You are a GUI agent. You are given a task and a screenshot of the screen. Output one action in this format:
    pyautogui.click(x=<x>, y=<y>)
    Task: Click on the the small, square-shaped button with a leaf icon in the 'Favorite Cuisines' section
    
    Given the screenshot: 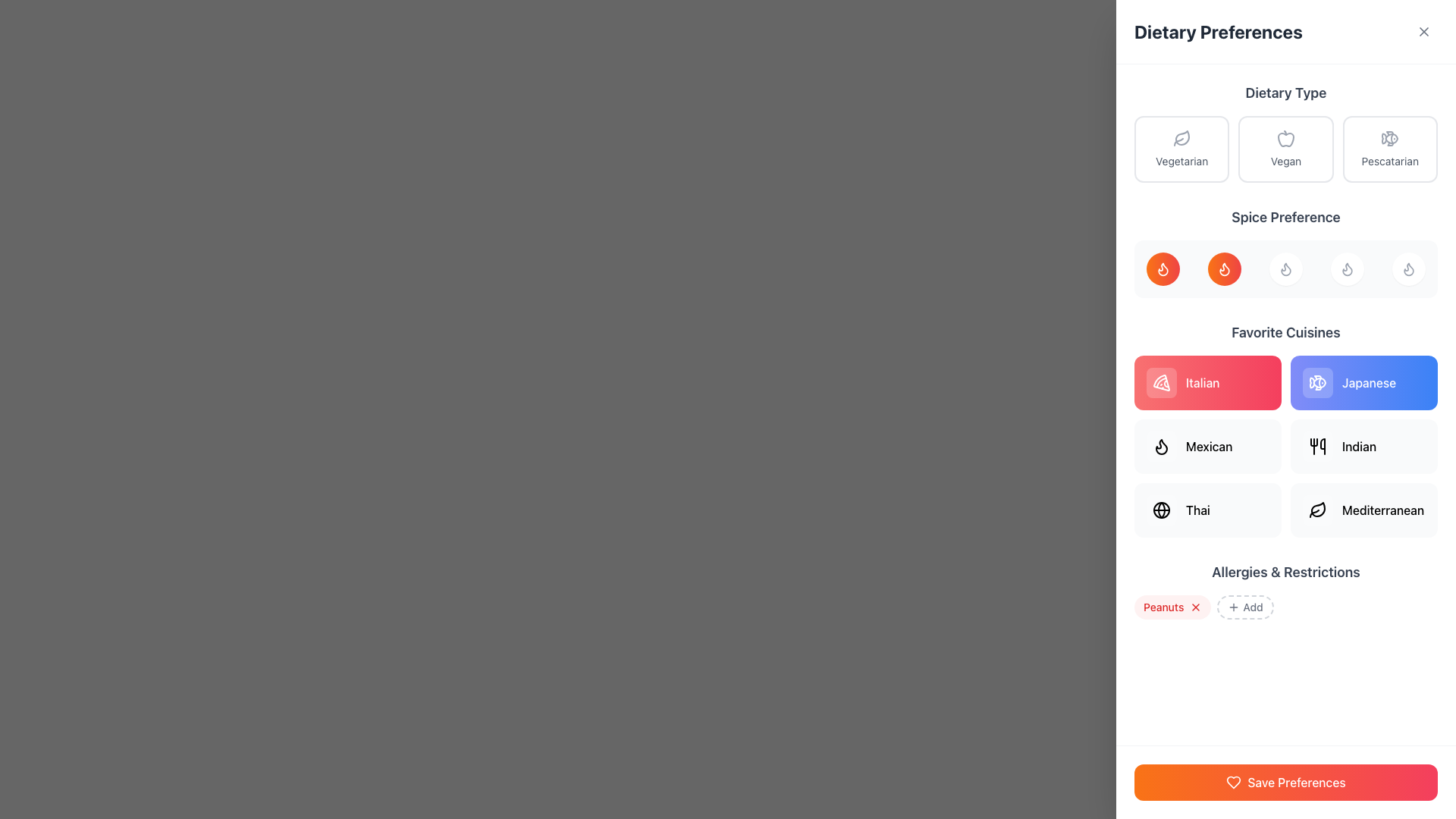 What is the action you would take?
    pyautogui.click(x=1316, y=510)
    